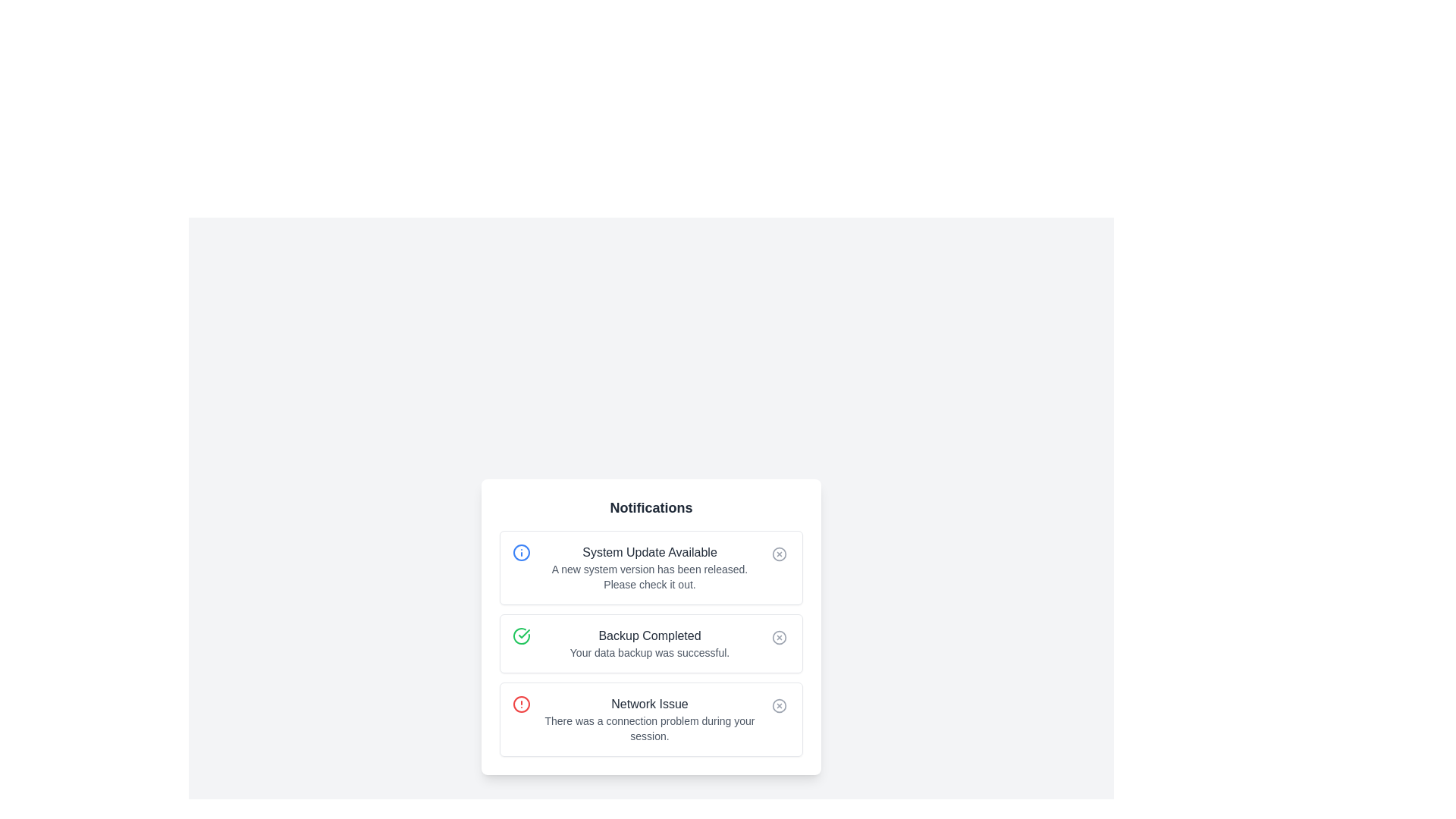 This screenshot has width=1456, height=819. What do you see at coordinates (650, 553) in the screenshot?
I see `the heading text label that notifies the user about the availability of a system update, positioned at the top-center of the notification card` at bounding box center [650, 553].